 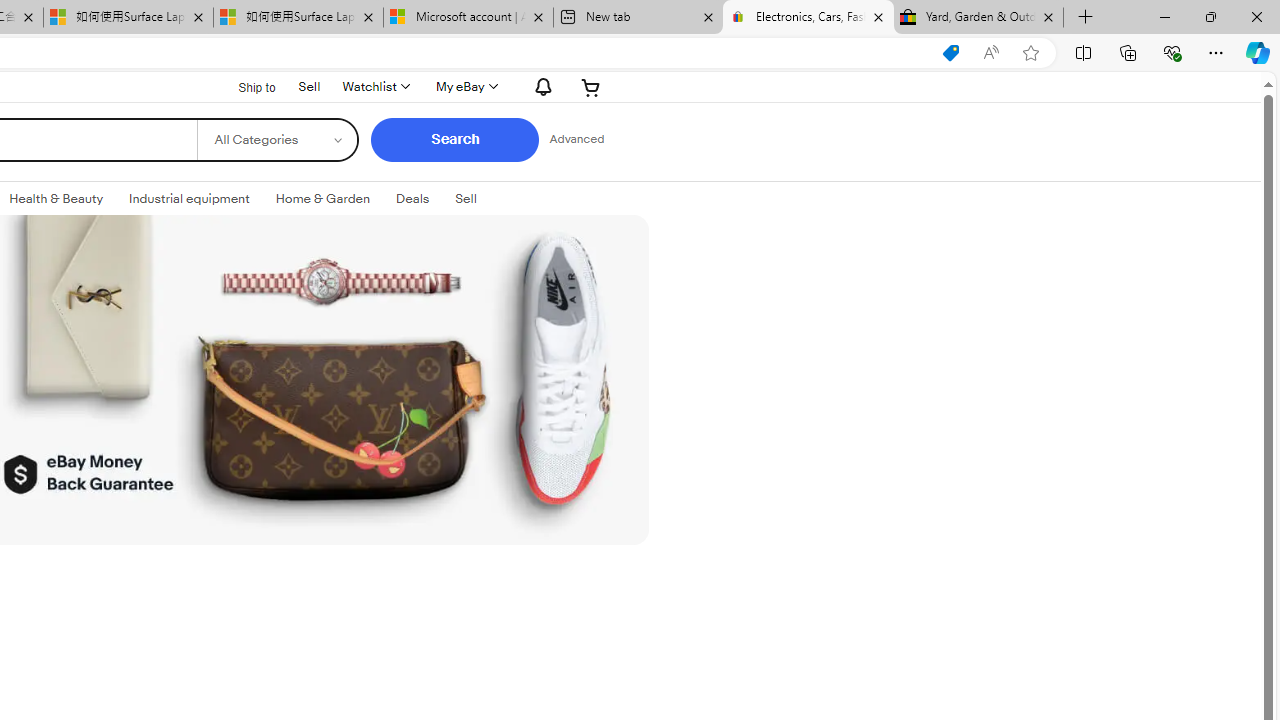 I want to click on 'Deals', so click(x=411, y=199).